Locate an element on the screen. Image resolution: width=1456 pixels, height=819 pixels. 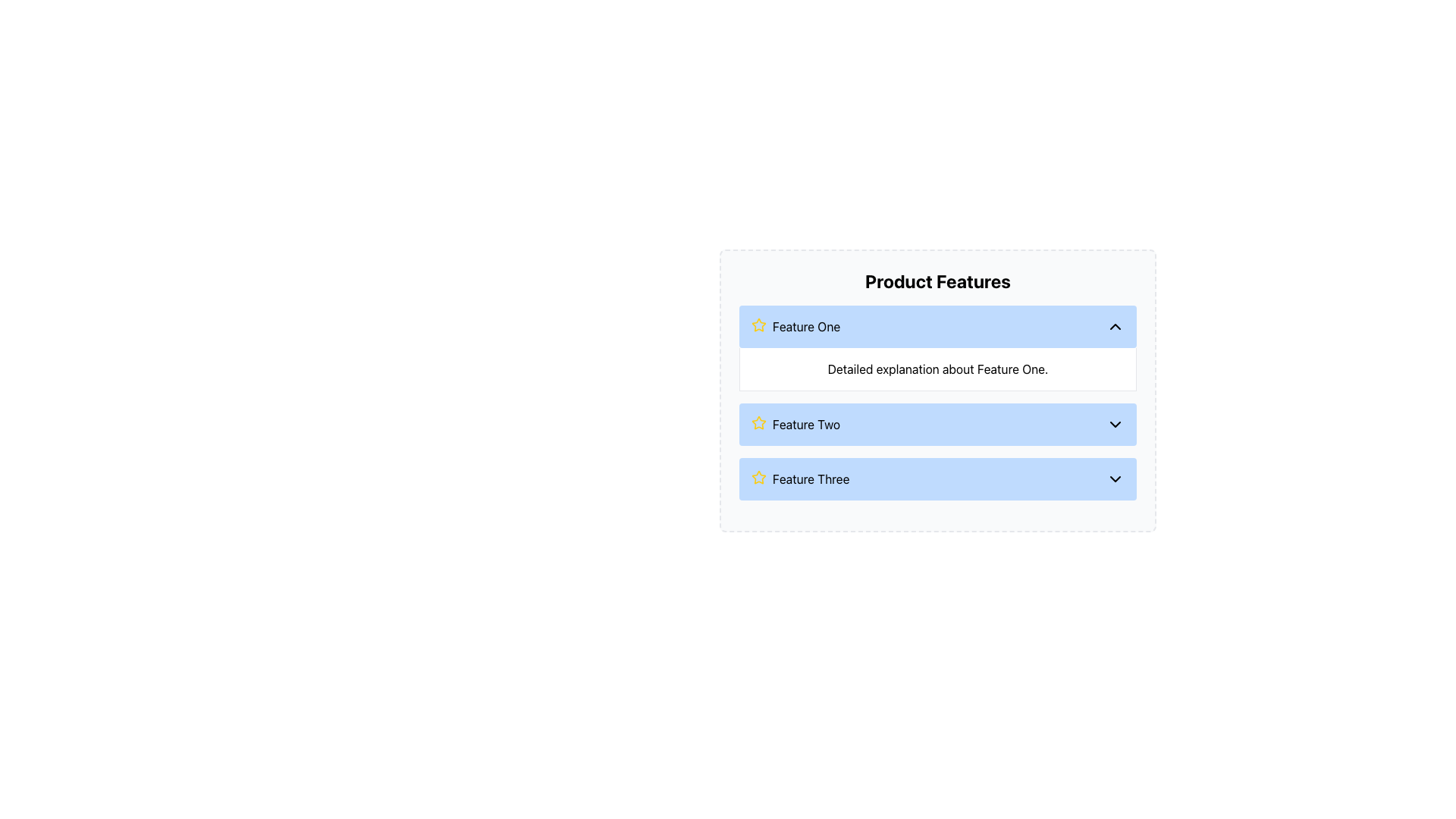
the chevron icon located at the far right edge of the 'Feature Three' section is located at coordinates (1115, 479).